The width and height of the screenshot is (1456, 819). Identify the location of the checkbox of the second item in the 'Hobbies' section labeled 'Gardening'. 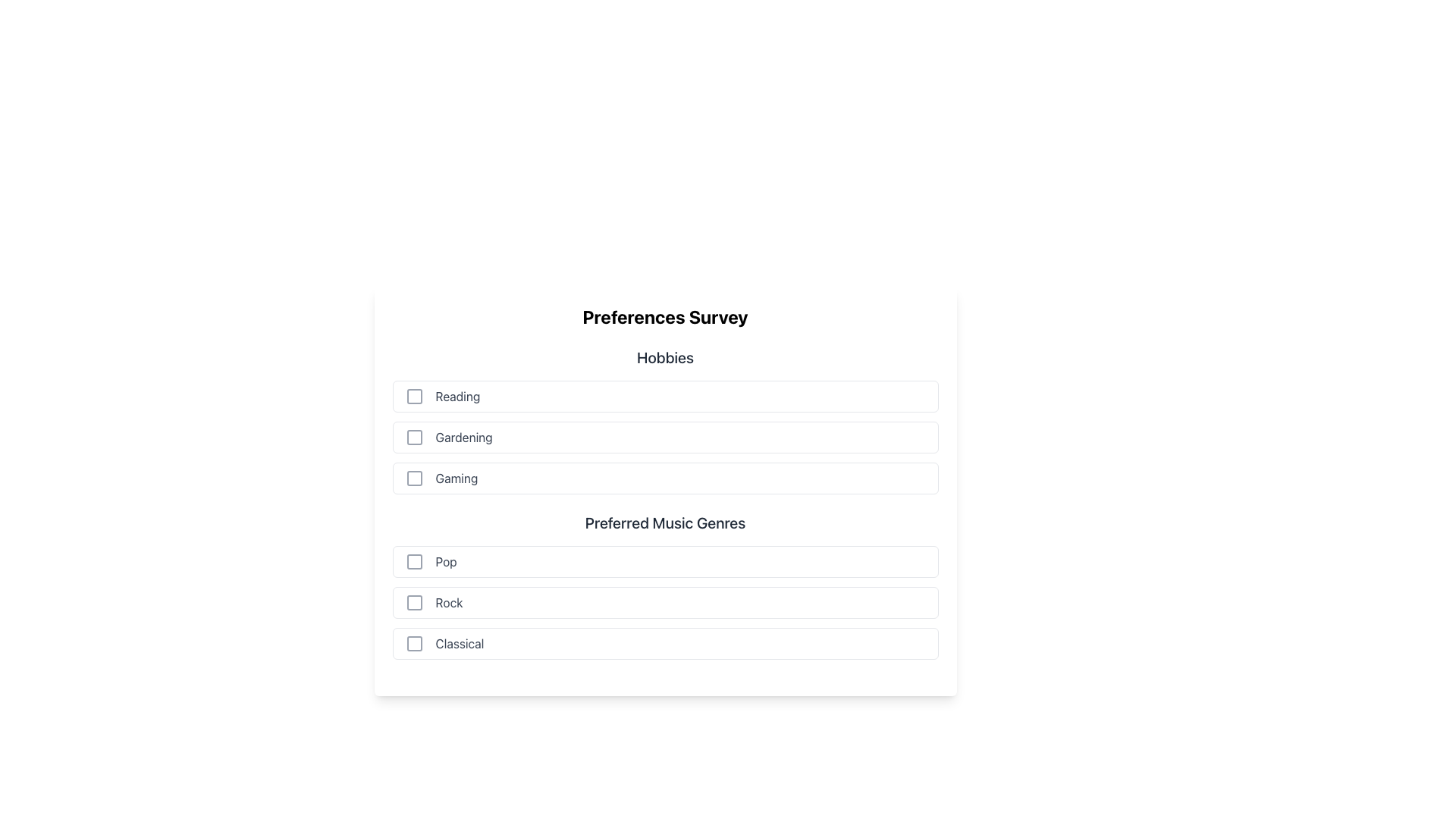
(665, 438).